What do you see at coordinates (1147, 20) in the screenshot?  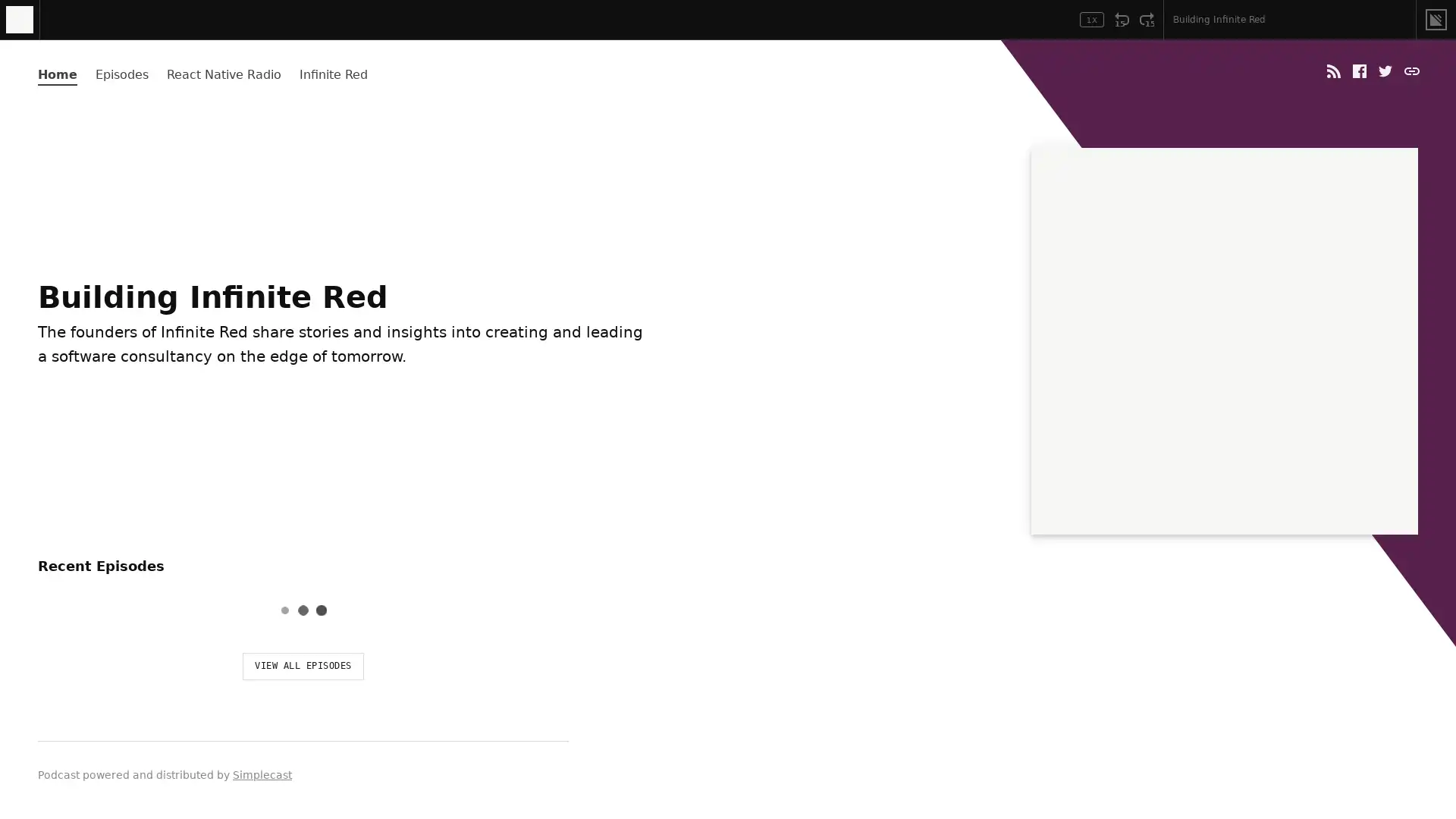 I see `Fast Forward 15 Seconds` at bounding box center [1147, 20].